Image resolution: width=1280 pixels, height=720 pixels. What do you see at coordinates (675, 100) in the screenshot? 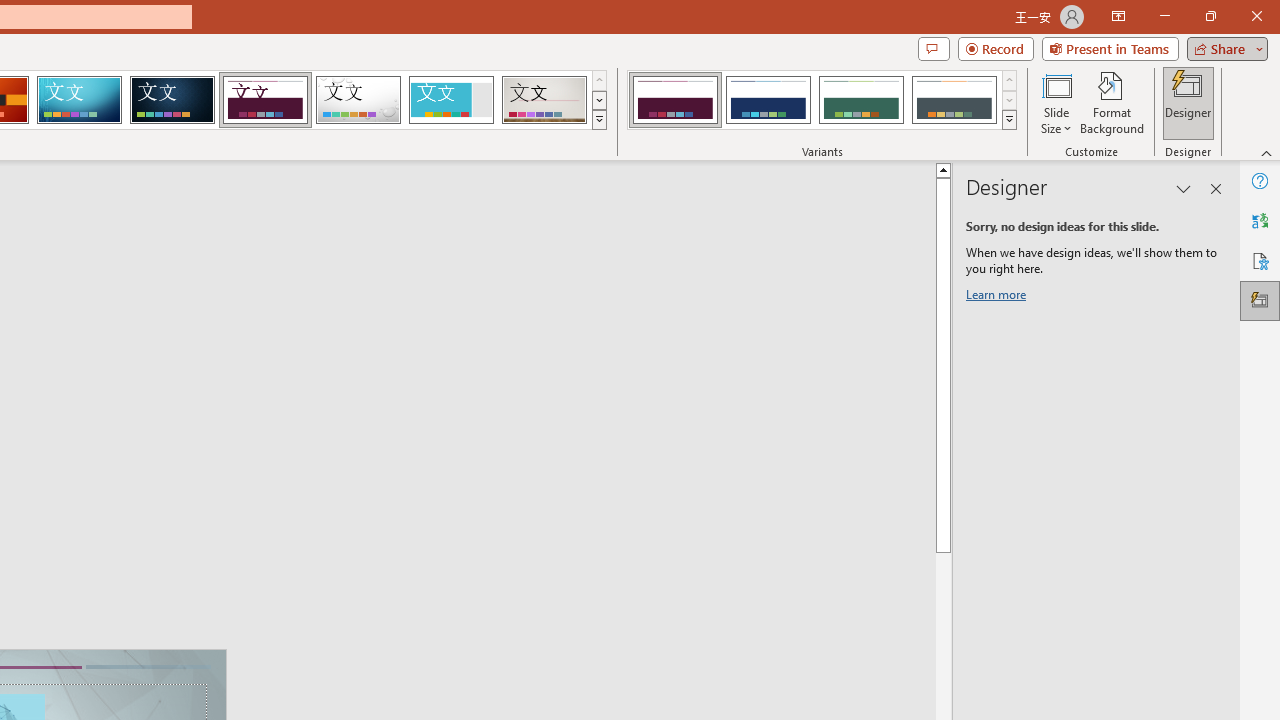
I see `'Dividend Variant 1'` at bounding box center [675, 100].